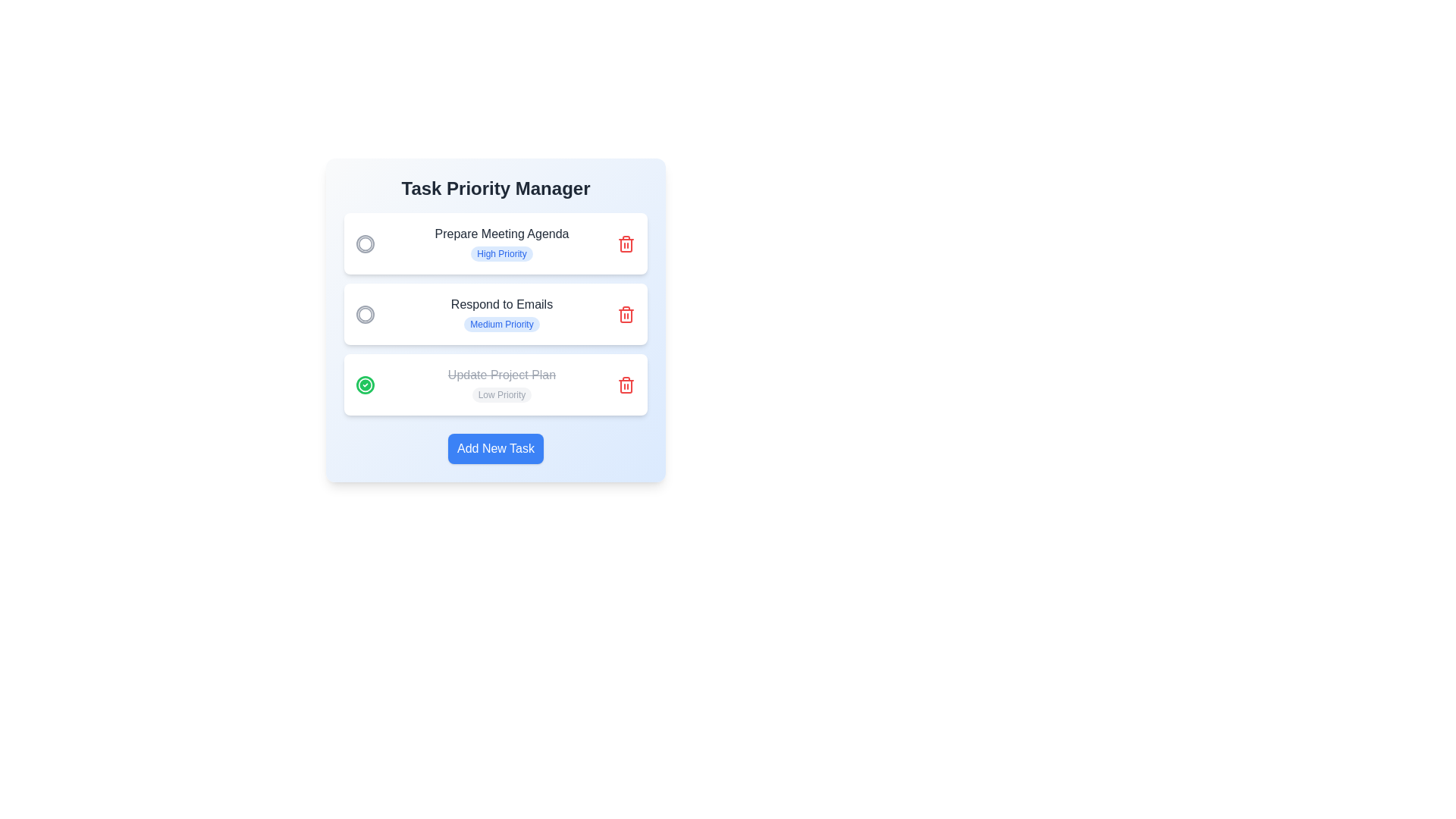 This screenshot has width=1456, height=819. Describe the element at coordinates (502, 375) in the screenshot. I see `the static text label indicating task completion, which is styled with a line-through` at that location.